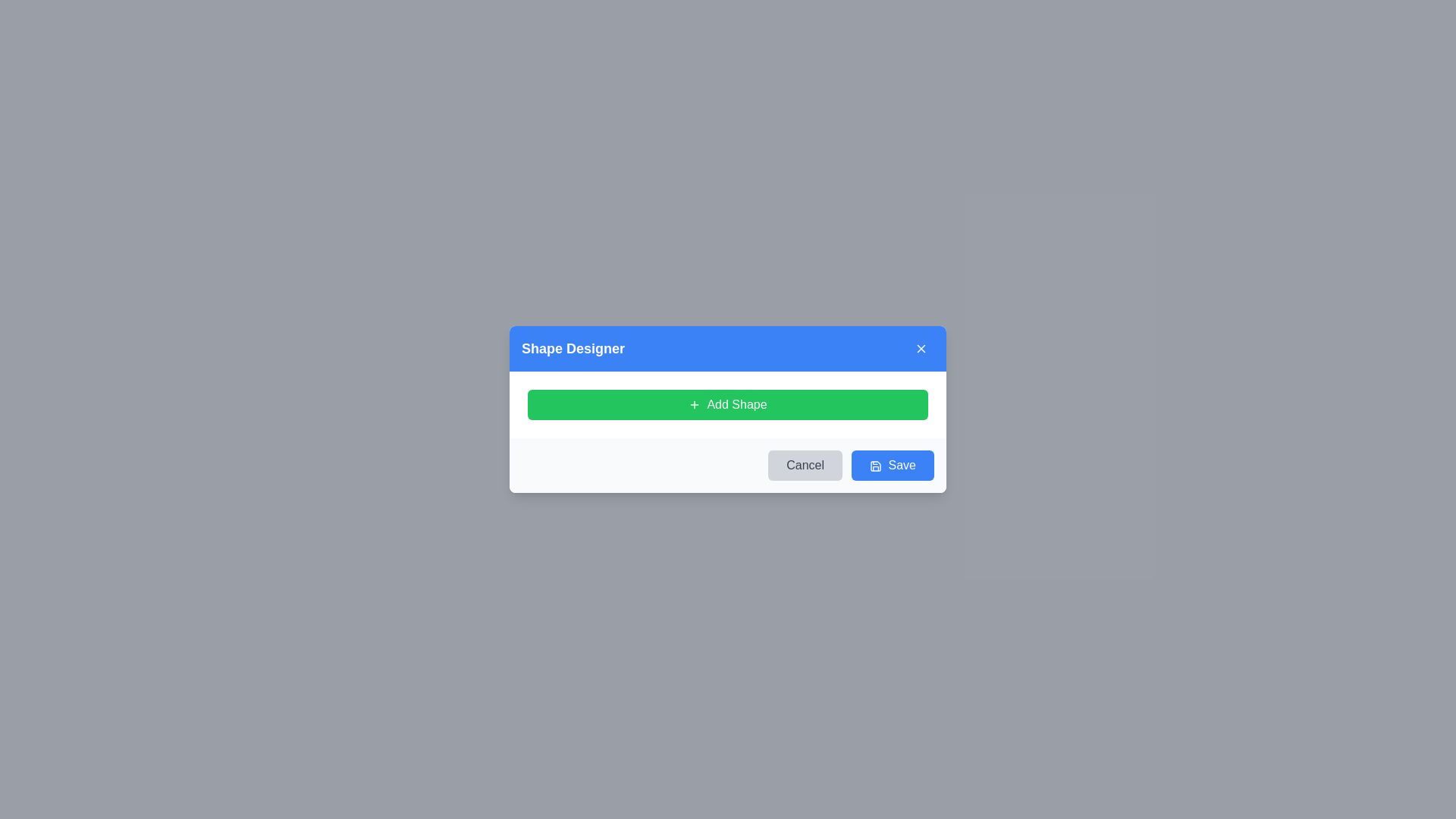  I want to click on the button, so click(728, 403).